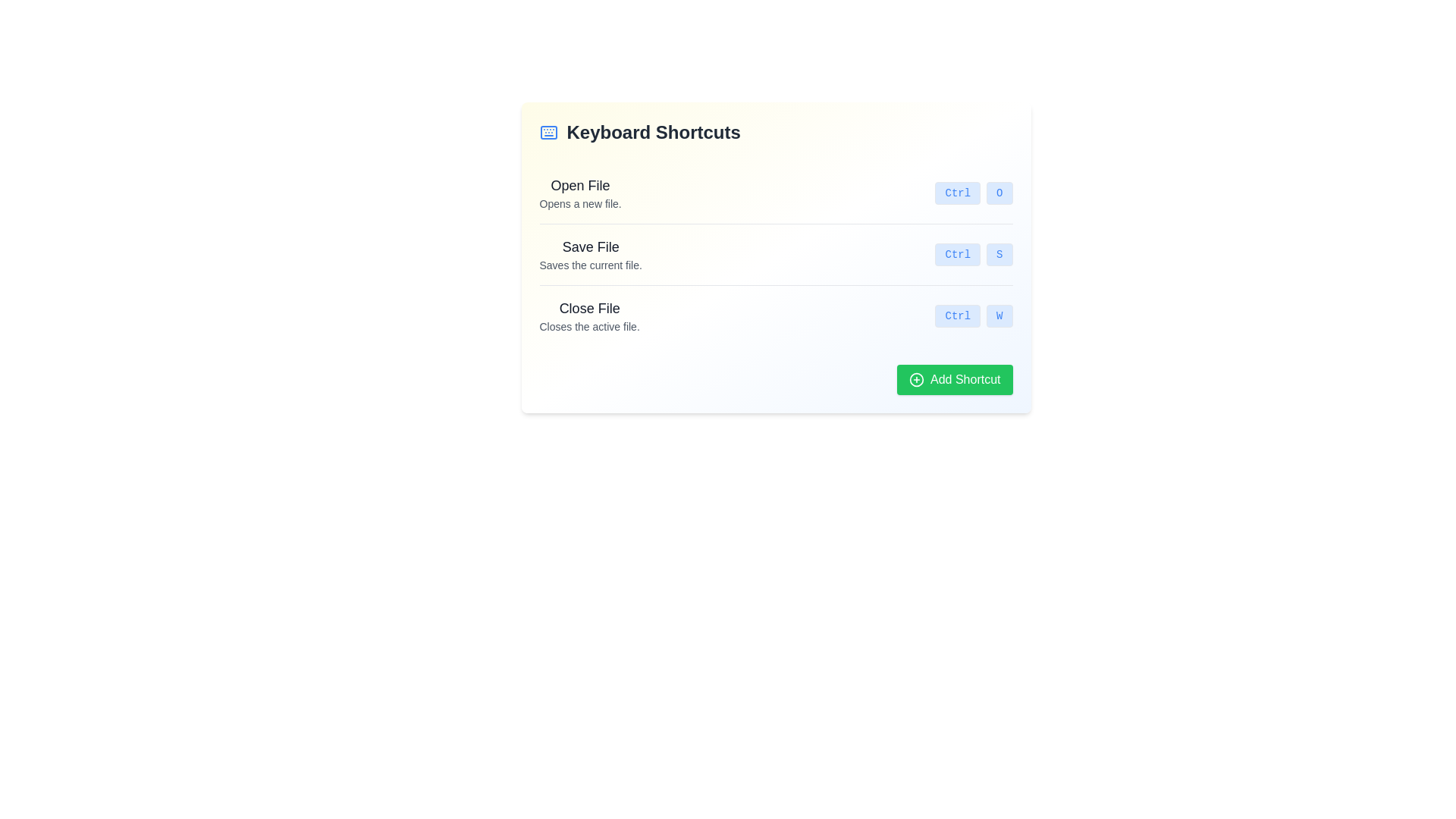 The image size is (1456, 819). Describe the element at coordinates (776, 315) in the screenshot. I see `the associated keys for the 'Close File' keyboard shortcut, which is the third item in the vertical list under the 'Keyboard Shortcuts' heading` at that location.